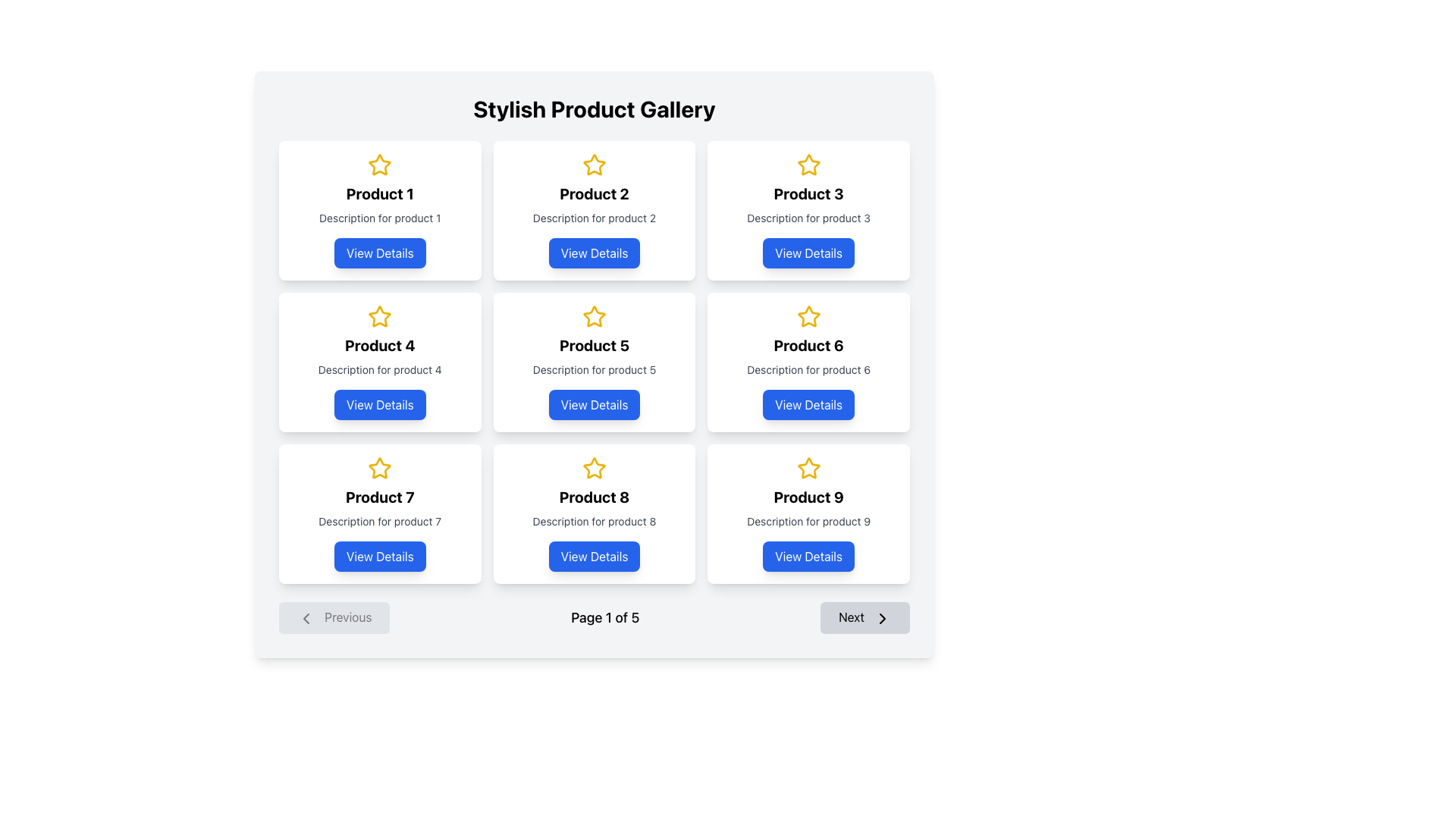 Image resolution: width=1456 pixels, height=819 pixels. Describe the element at coordinates (380, 345) in the screenshot. I see `text label that serves as the title for the product card located in the second row and first column of the product gallery` at that location.